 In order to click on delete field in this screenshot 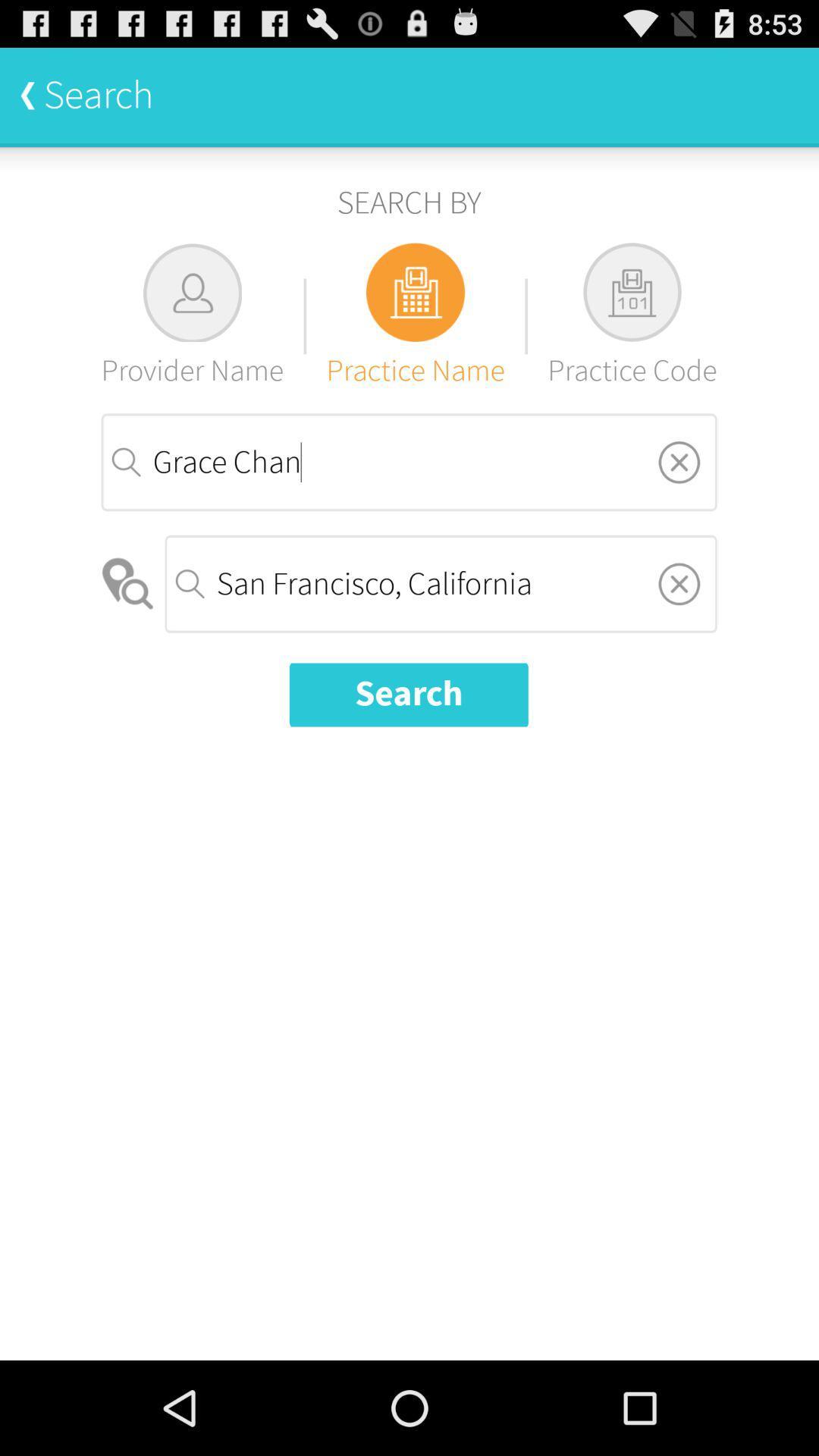, I will do `click(678, 582)`.